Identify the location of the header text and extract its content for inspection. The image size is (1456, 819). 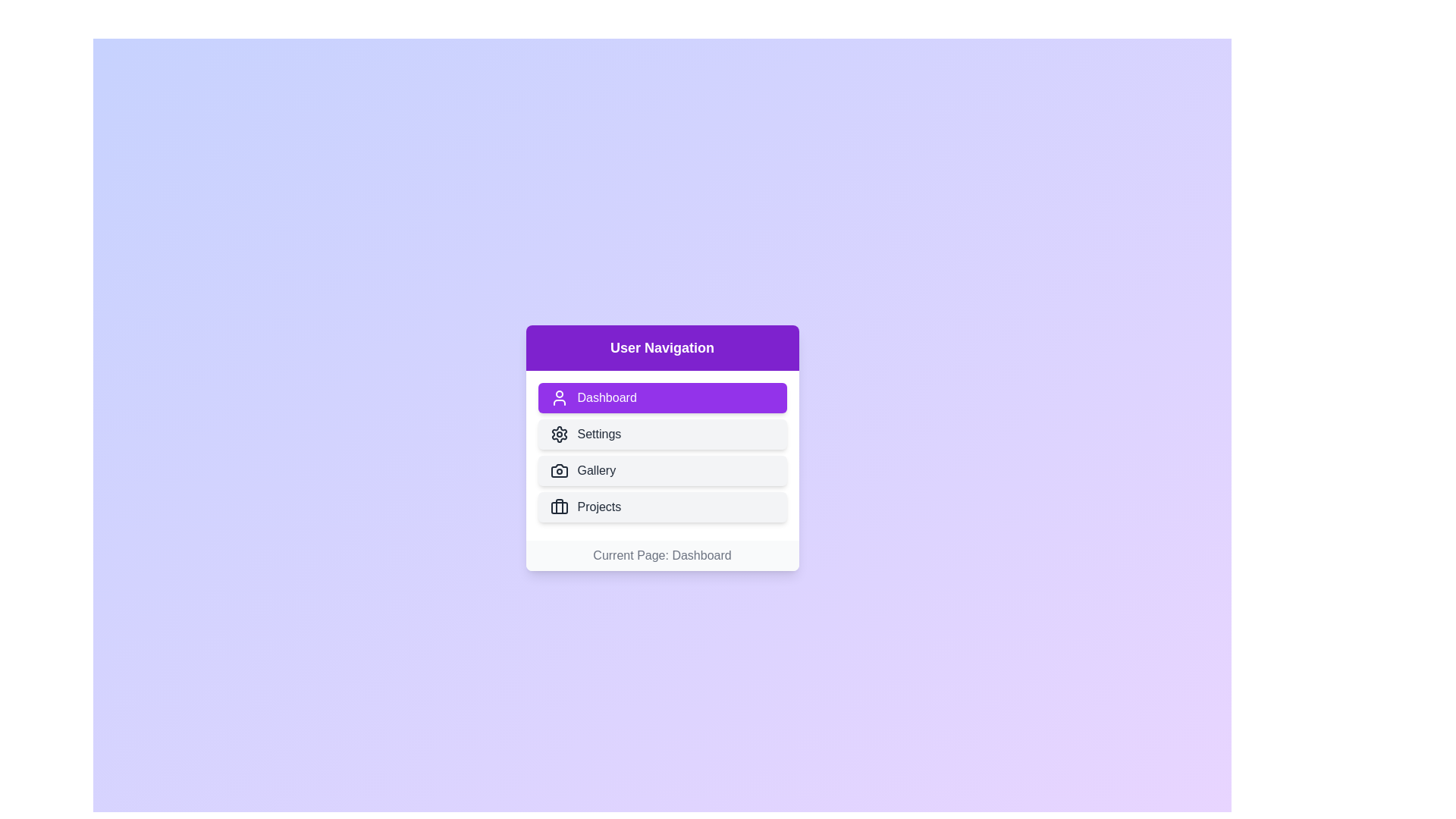
(662, 348).